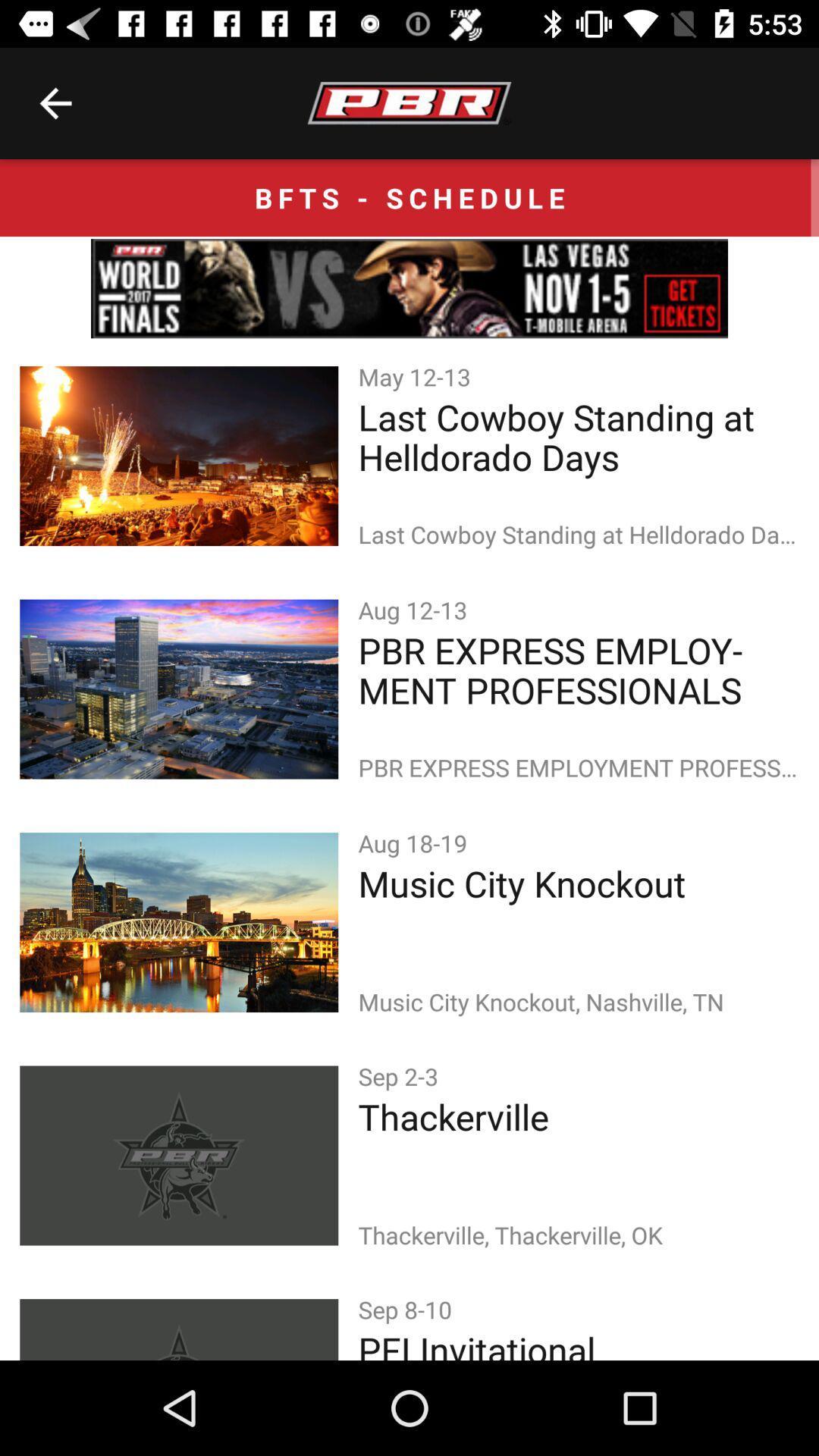 The image size is (819, 1456). I want to click on aug 18-19 item, so click(416, 842).